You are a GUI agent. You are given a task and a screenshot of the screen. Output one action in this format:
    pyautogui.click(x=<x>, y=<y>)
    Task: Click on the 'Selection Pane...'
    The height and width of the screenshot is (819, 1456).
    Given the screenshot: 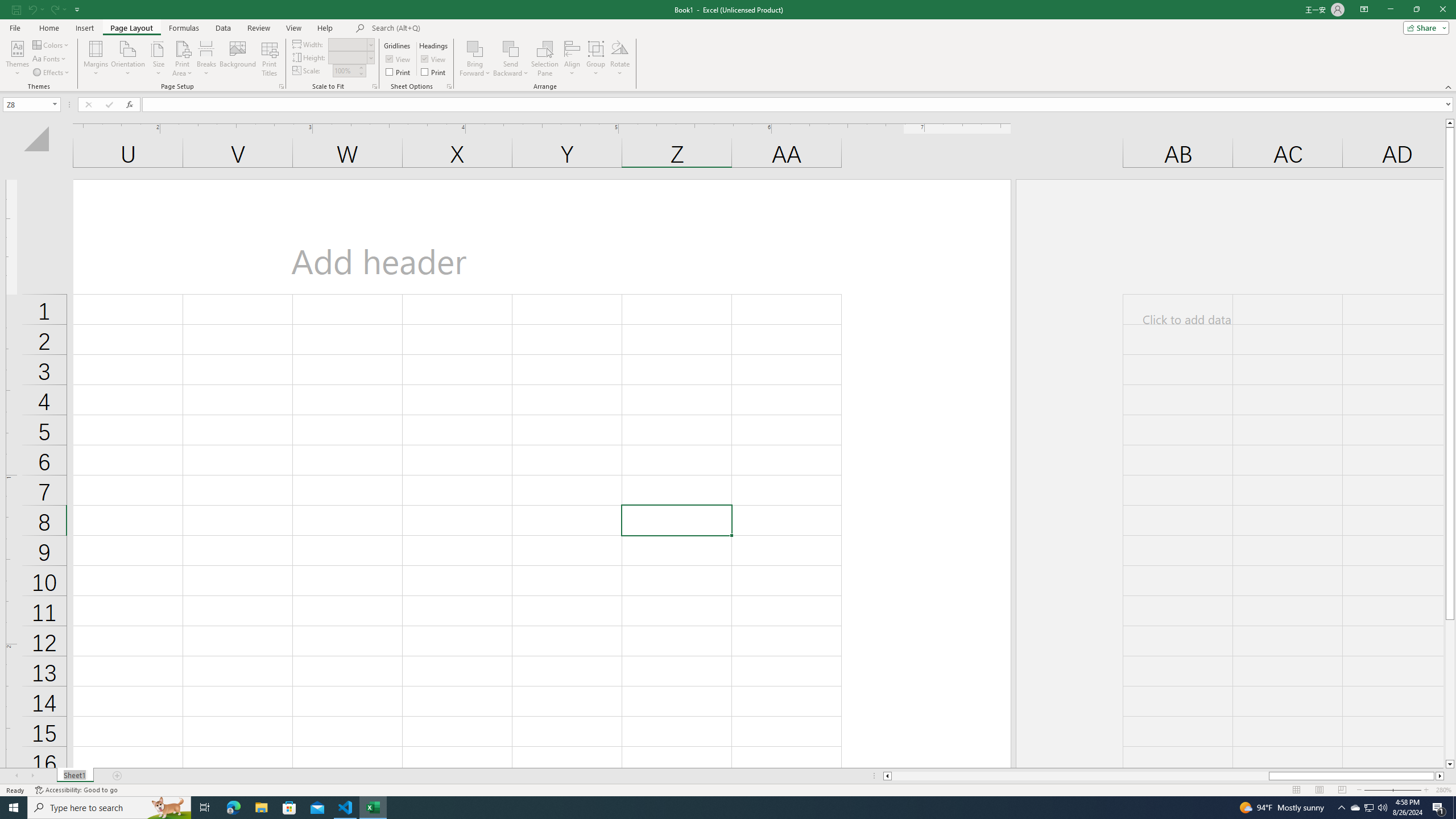 What is the action you would take?
    pyautogui.click(x=544, y=59)
    